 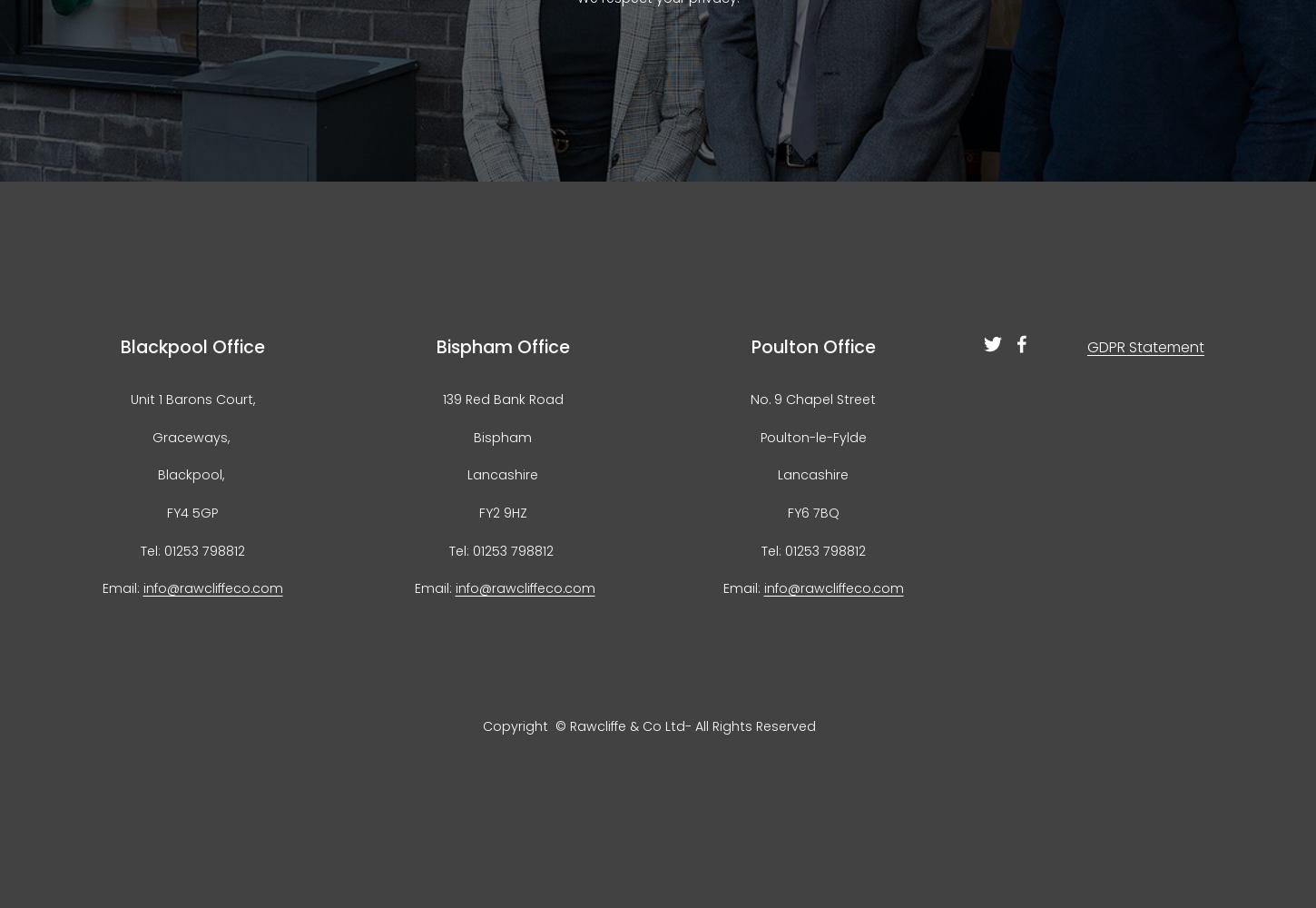 What do you see at coordinates (811, 398) in the screenshot?
I see `'No. 9 Chapel Street'` at bounding box center [811, 398].